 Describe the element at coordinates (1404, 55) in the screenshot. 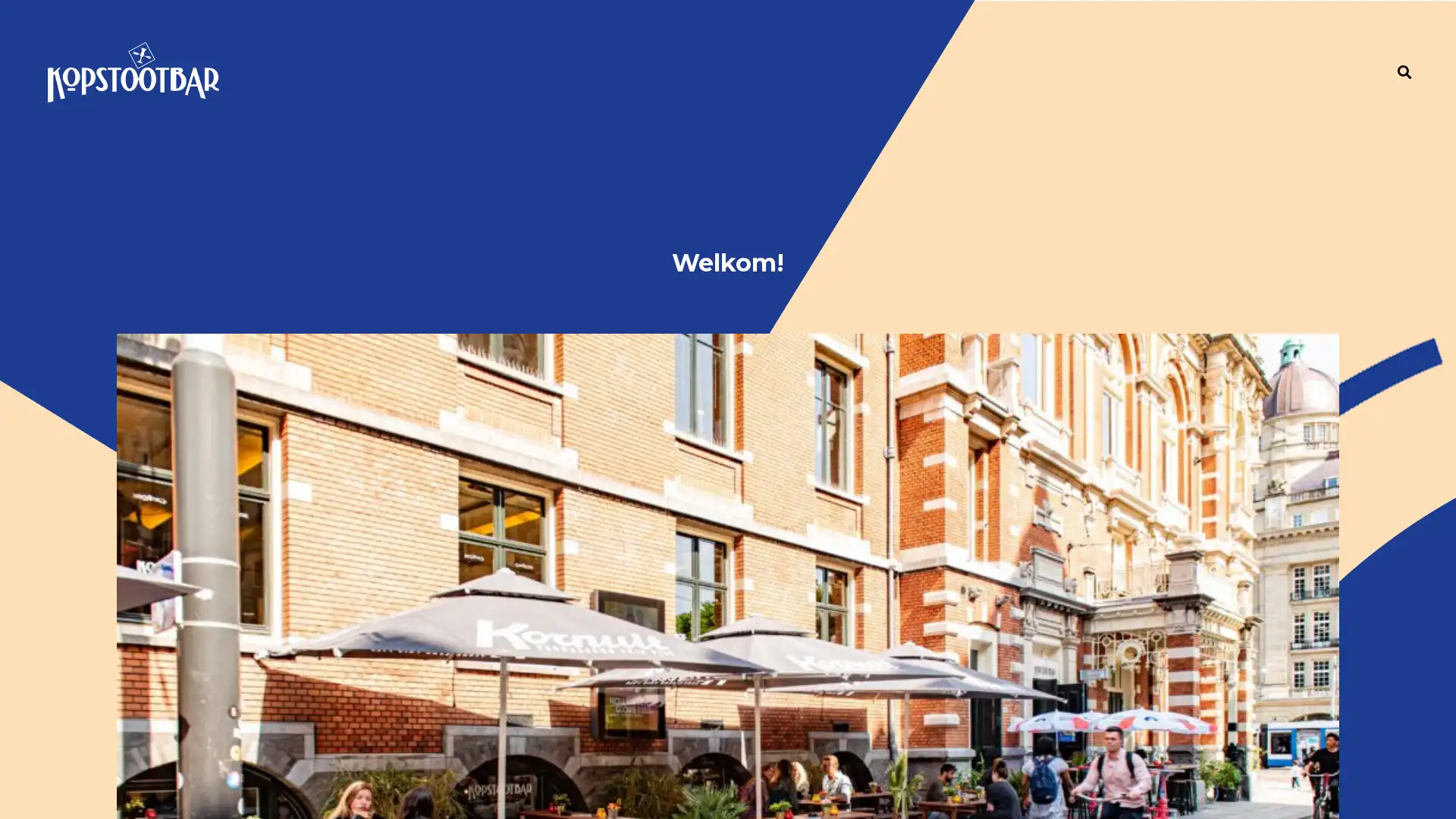

I see `ZOEKEN` at that location.